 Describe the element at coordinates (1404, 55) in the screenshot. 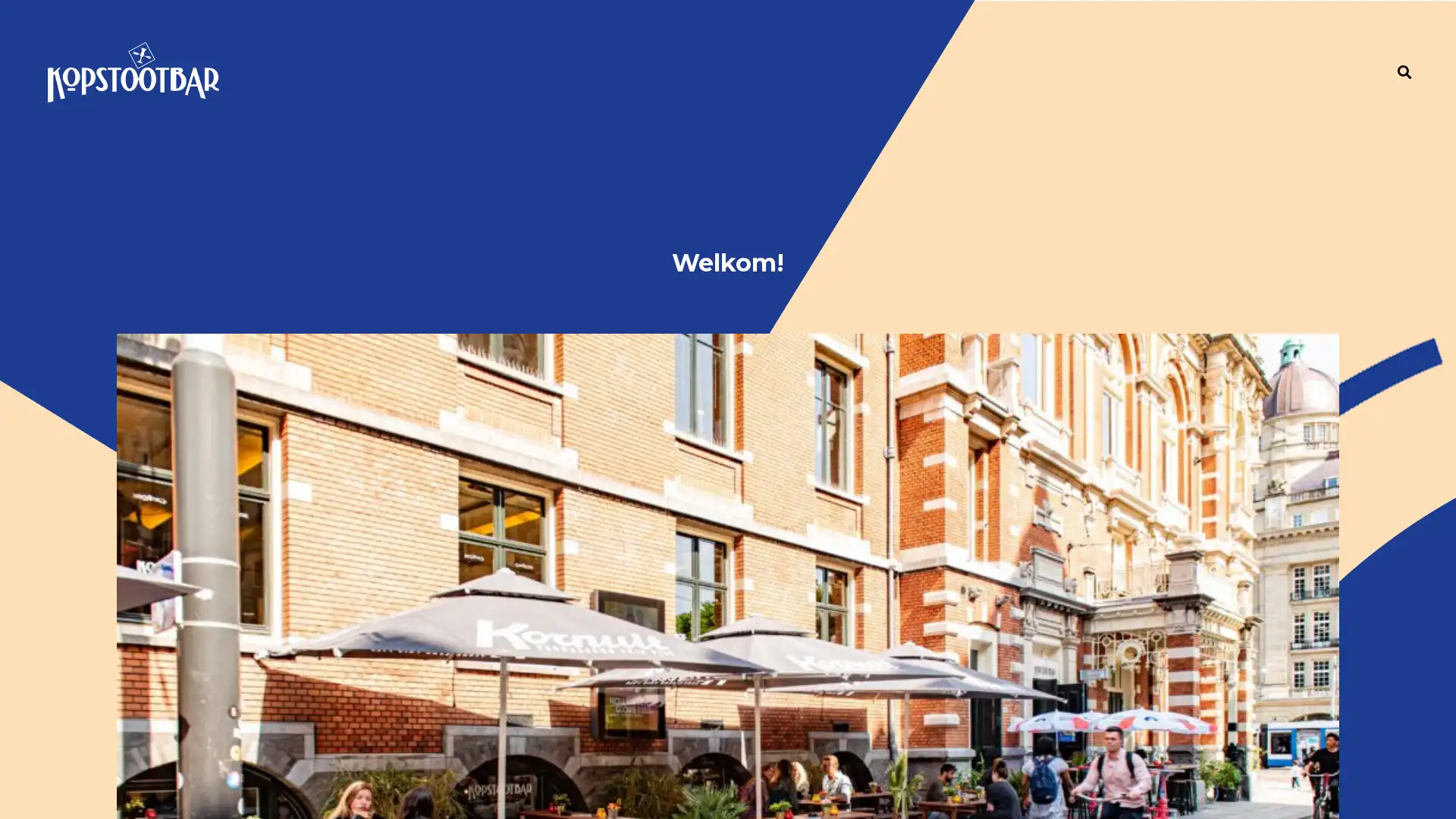

I see `ZOEKEN` at that location.